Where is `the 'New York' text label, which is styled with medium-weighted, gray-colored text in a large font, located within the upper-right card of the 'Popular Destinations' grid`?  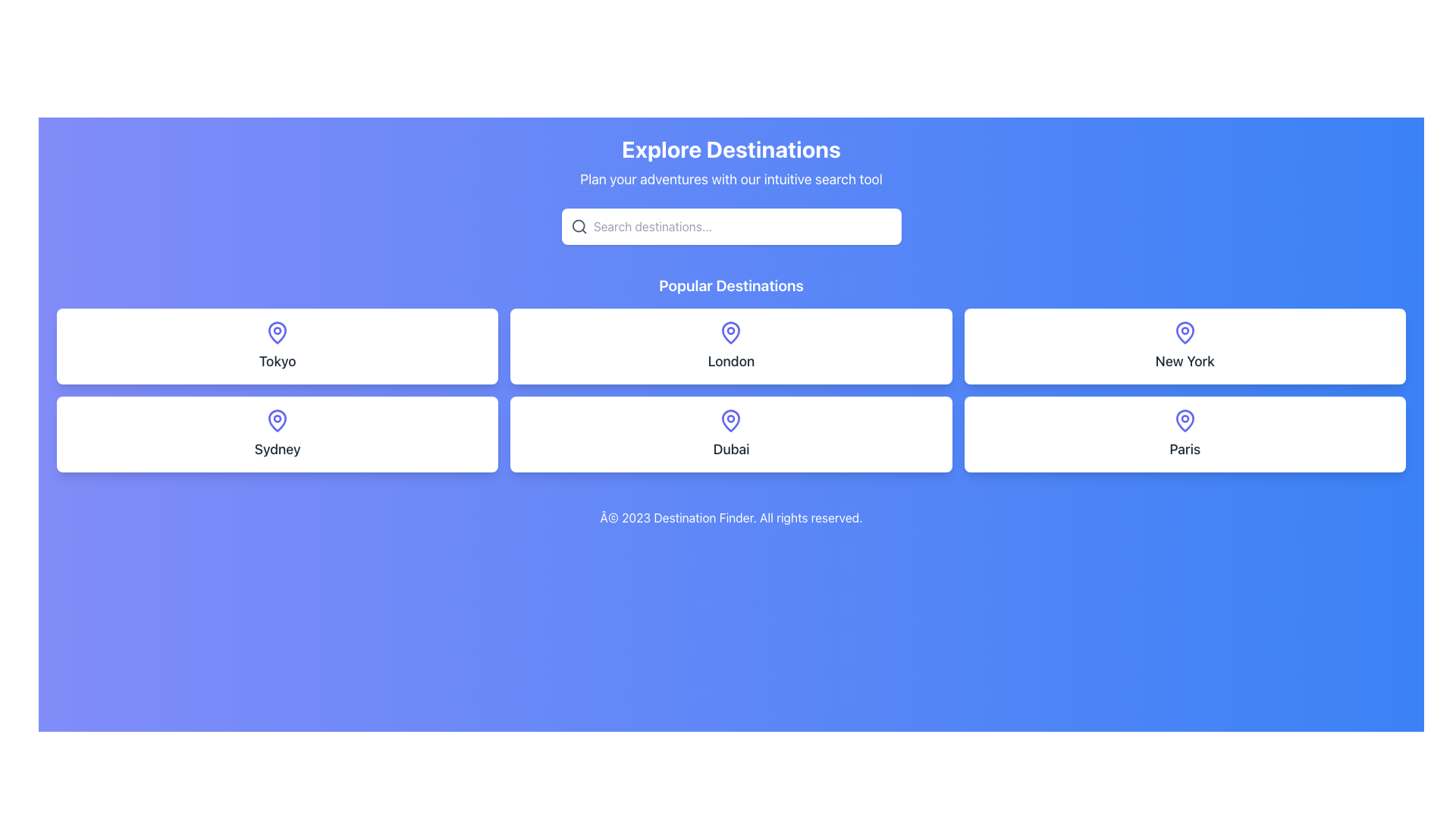
the 'New York' text label, which is styled with medium-weighted, gray-colored text in a large font, located within the upper-right card of the 'Popular Destinations' grid is located at coordinates (1184, 362).